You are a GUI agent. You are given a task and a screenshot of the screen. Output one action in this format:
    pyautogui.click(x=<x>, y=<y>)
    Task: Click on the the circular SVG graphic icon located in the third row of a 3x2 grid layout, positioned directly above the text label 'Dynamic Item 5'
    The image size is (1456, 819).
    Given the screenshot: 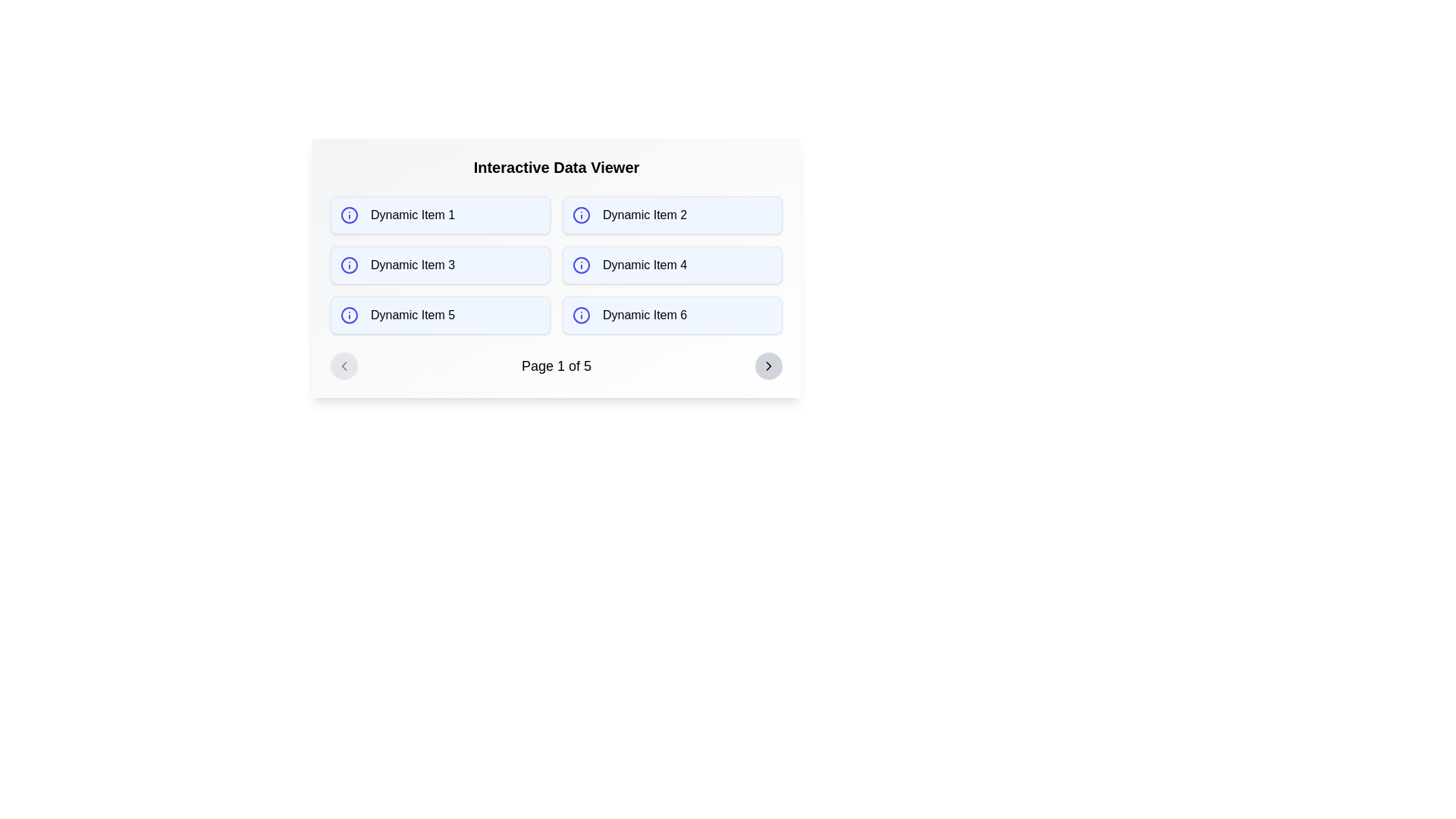 What is the action you would take?
    pyautogui.click(x=348, y=315)
    